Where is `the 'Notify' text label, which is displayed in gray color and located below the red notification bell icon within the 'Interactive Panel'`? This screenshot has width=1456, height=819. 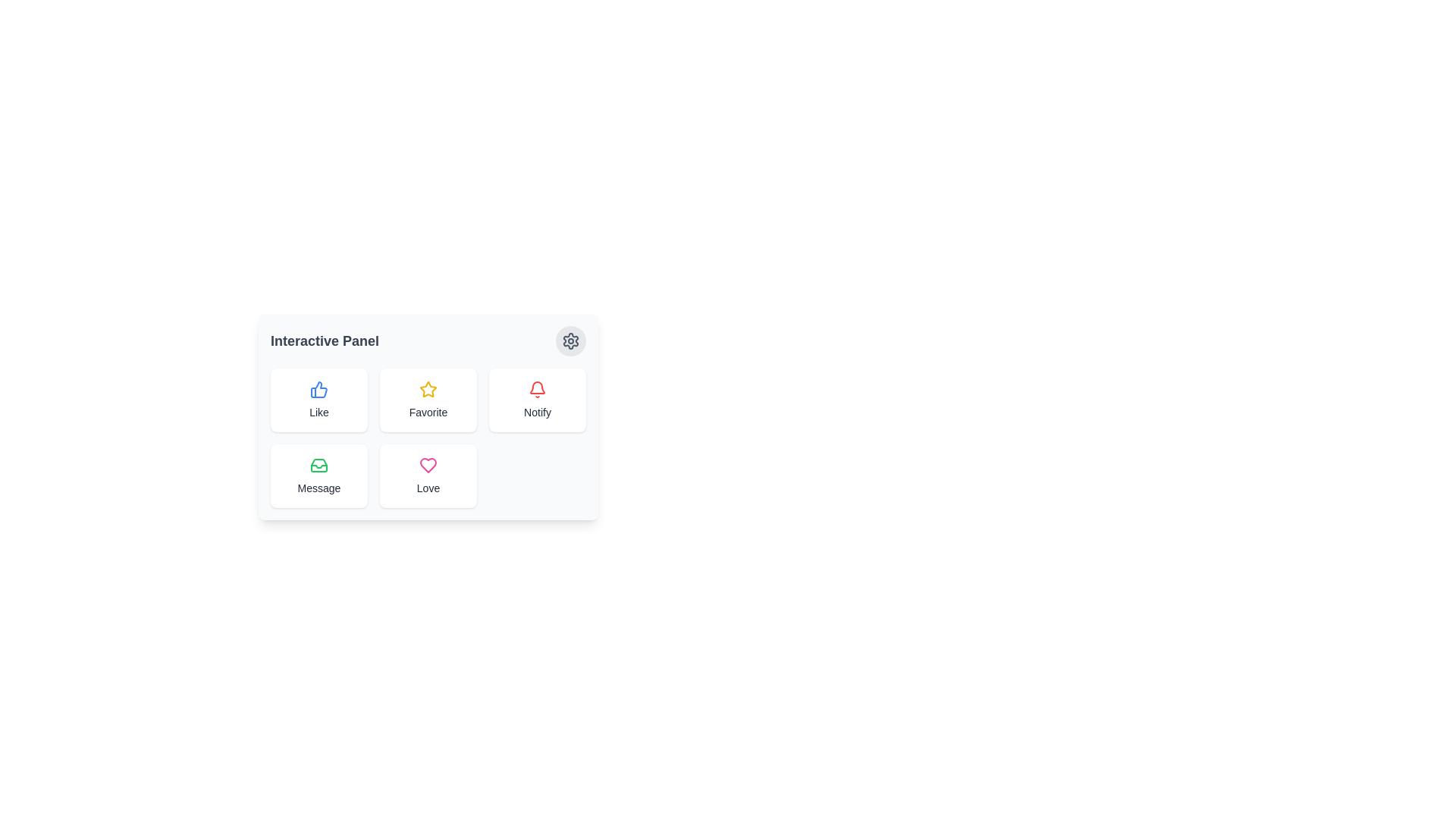
the 'Notify' text label, which is displayed in gray color and located below the red notification bell icon within the 'Interactive Panel' is located at coordinates (538, 412).